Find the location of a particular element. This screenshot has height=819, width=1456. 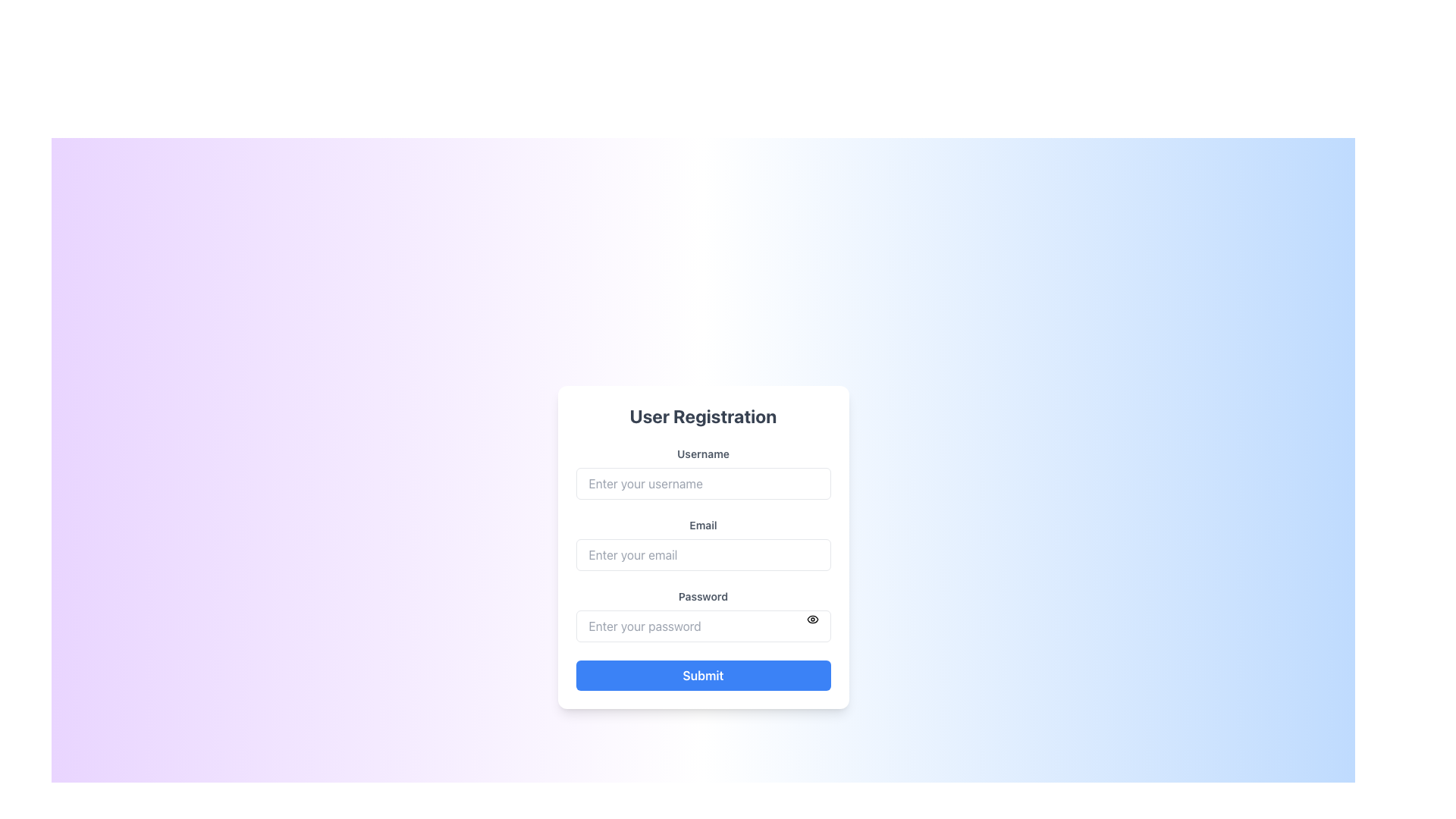

the 'Submit' button located at the bottom of the 'User Registration' form is located at coordinates (702, 675).